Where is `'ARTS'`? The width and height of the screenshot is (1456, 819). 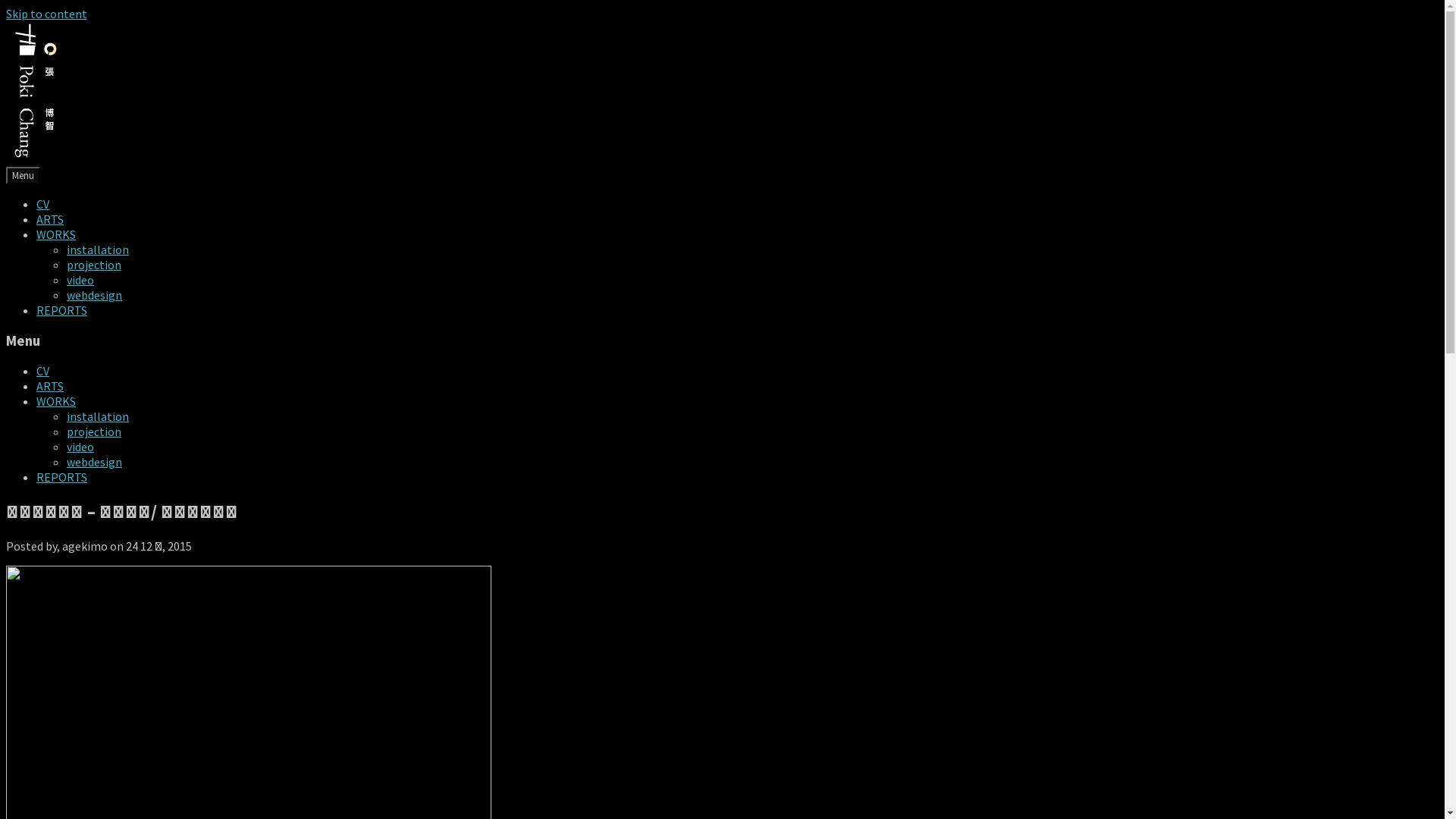 'ARTS' is located at coordinates (36, 385).